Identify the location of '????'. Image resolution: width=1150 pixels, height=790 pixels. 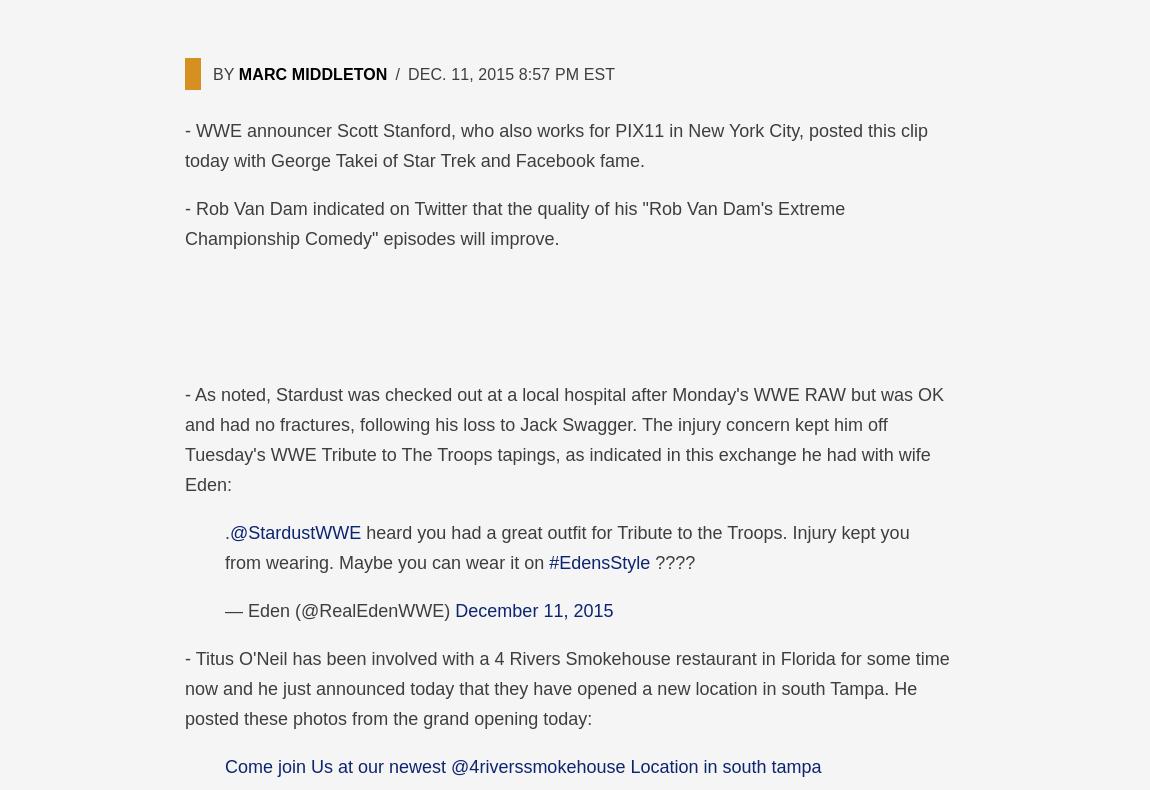
(671, 562).